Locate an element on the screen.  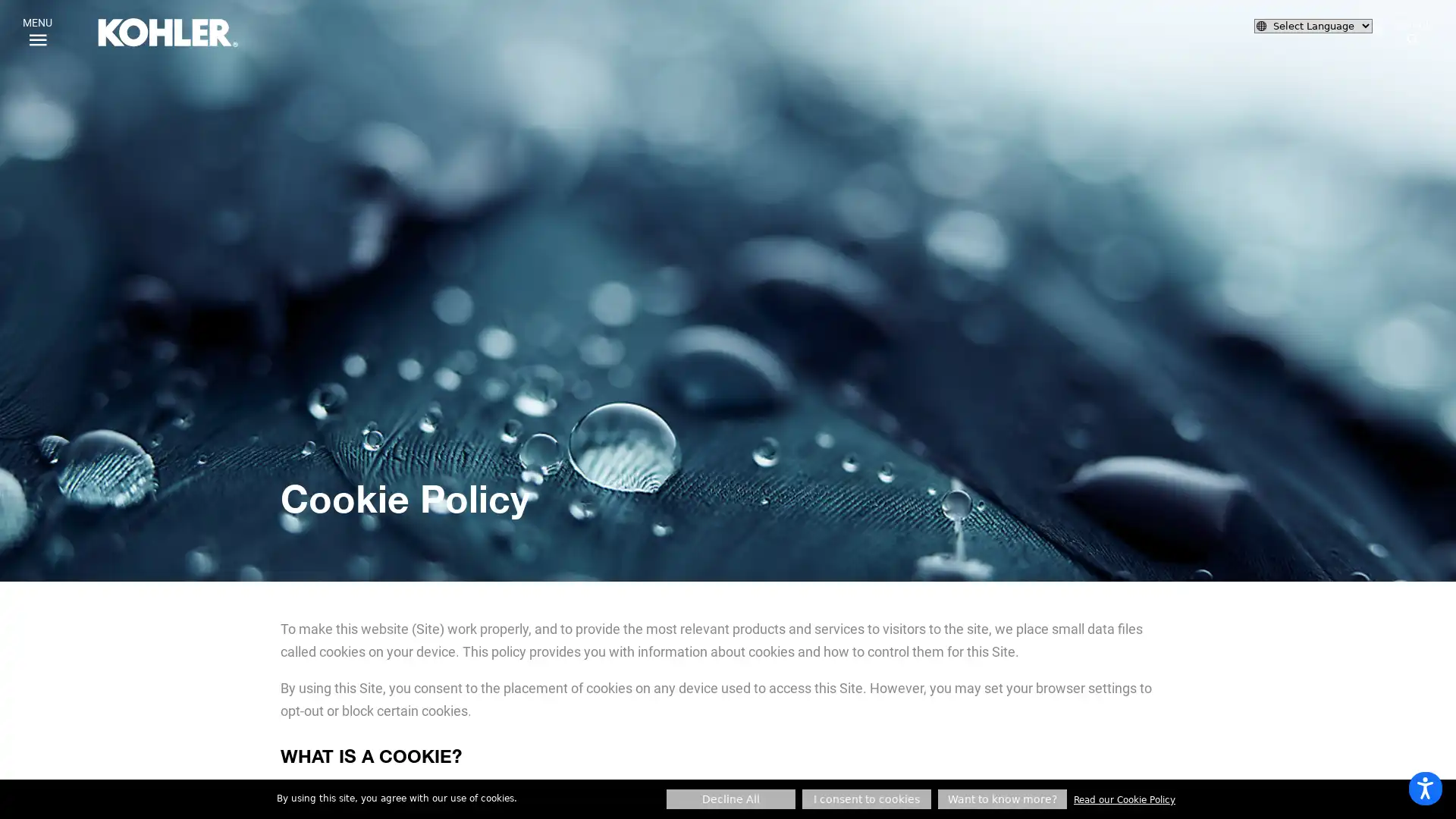
MENU is located at coordinates (37, 32).